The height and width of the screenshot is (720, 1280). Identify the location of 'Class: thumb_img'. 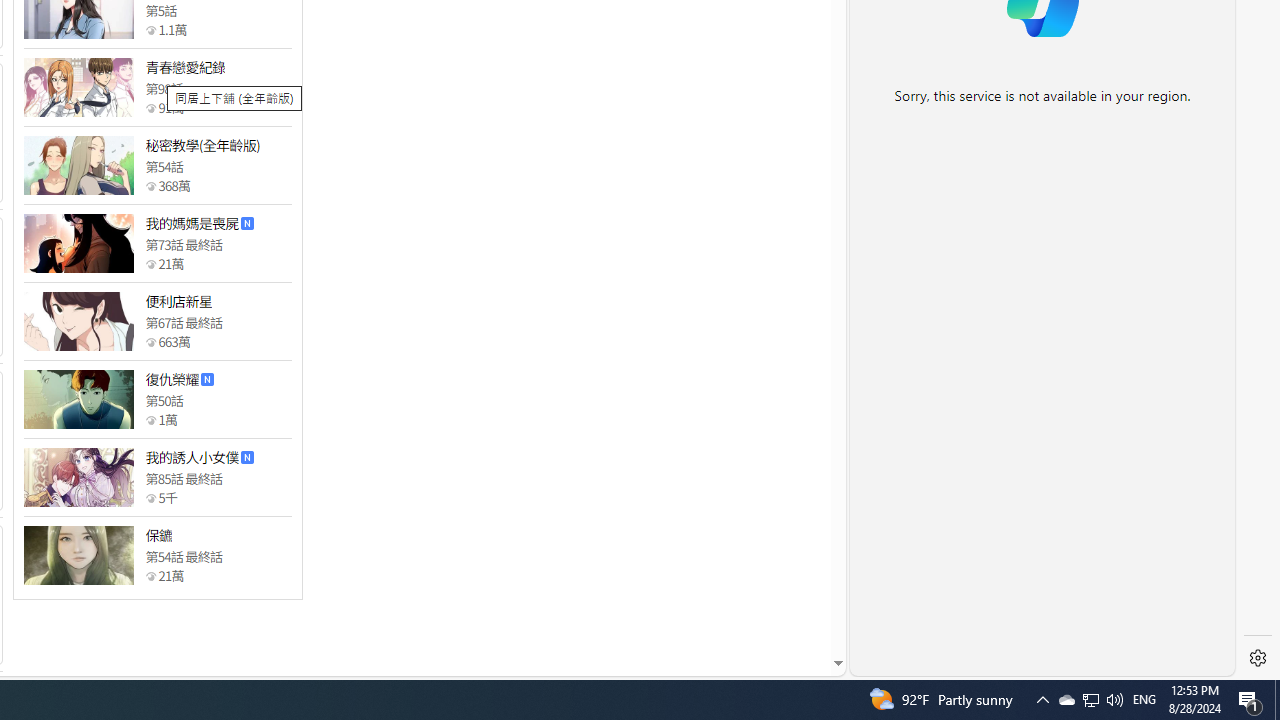
(78, 555).